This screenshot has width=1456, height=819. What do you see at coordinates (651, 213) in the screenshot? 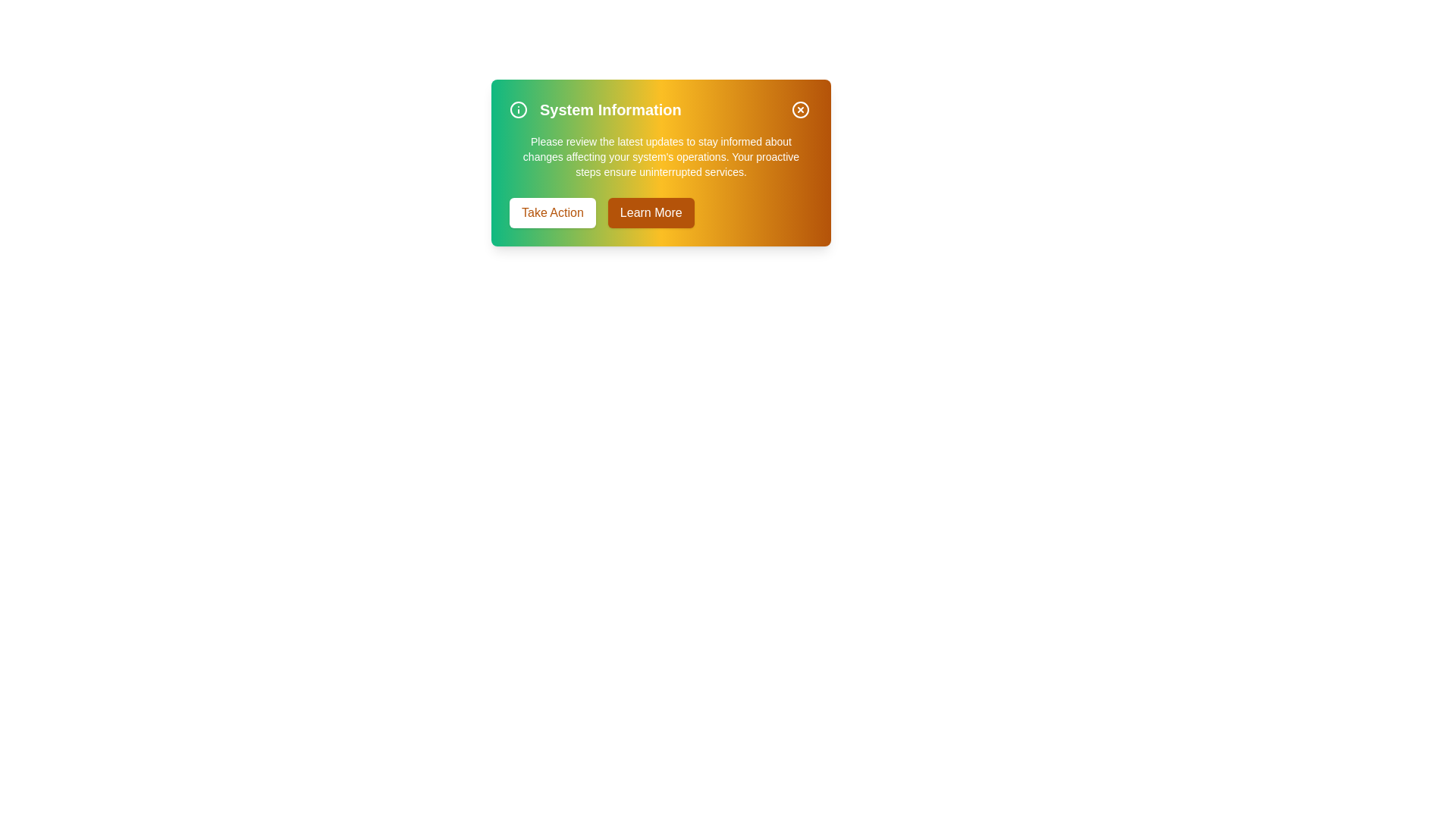
I see `the 'Learn More' button to view more details` at bounding box center [651, 213].